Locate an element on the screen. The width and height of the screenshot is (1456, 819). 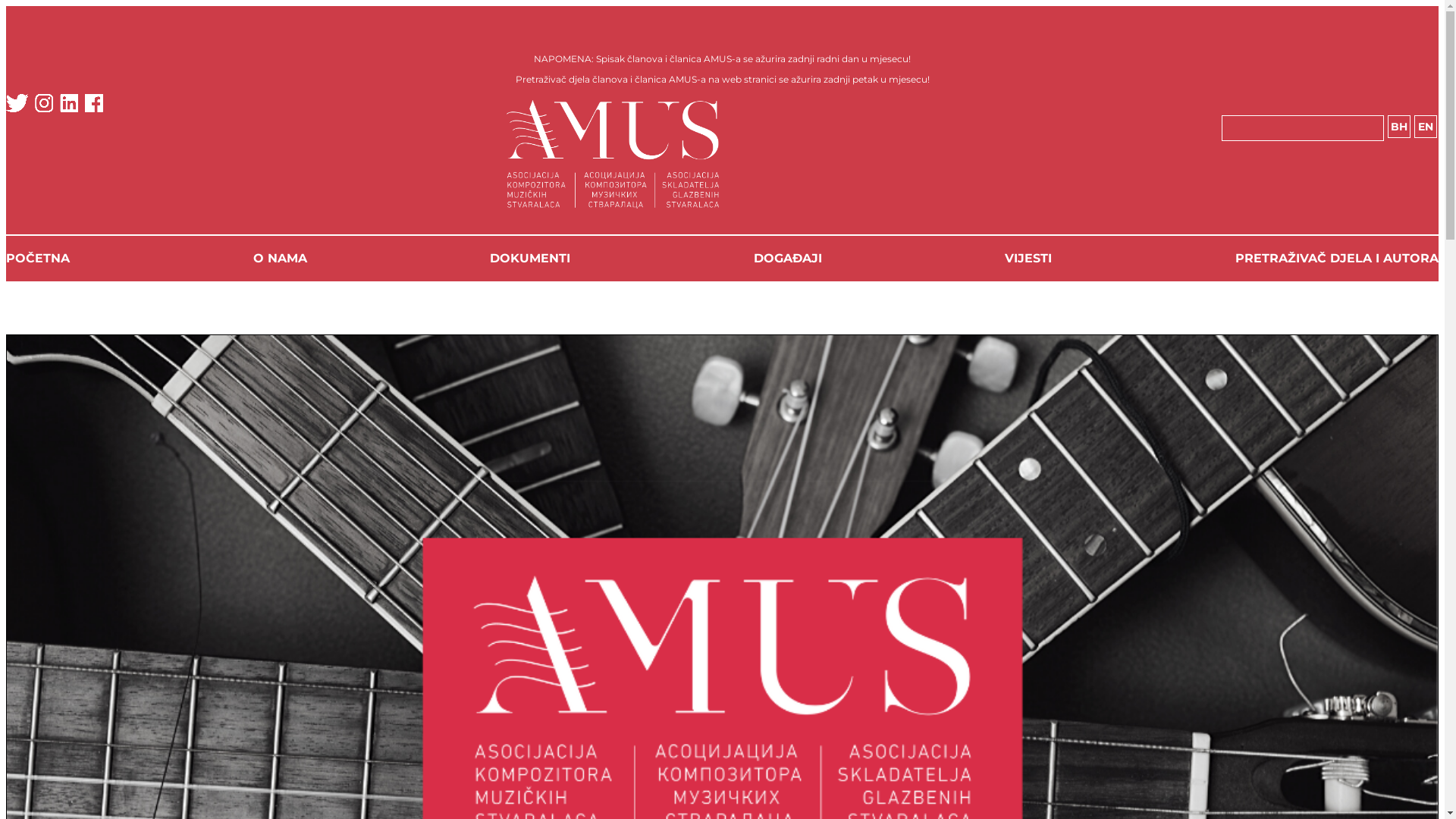
'EN' is located at coordinates (1423, 125).